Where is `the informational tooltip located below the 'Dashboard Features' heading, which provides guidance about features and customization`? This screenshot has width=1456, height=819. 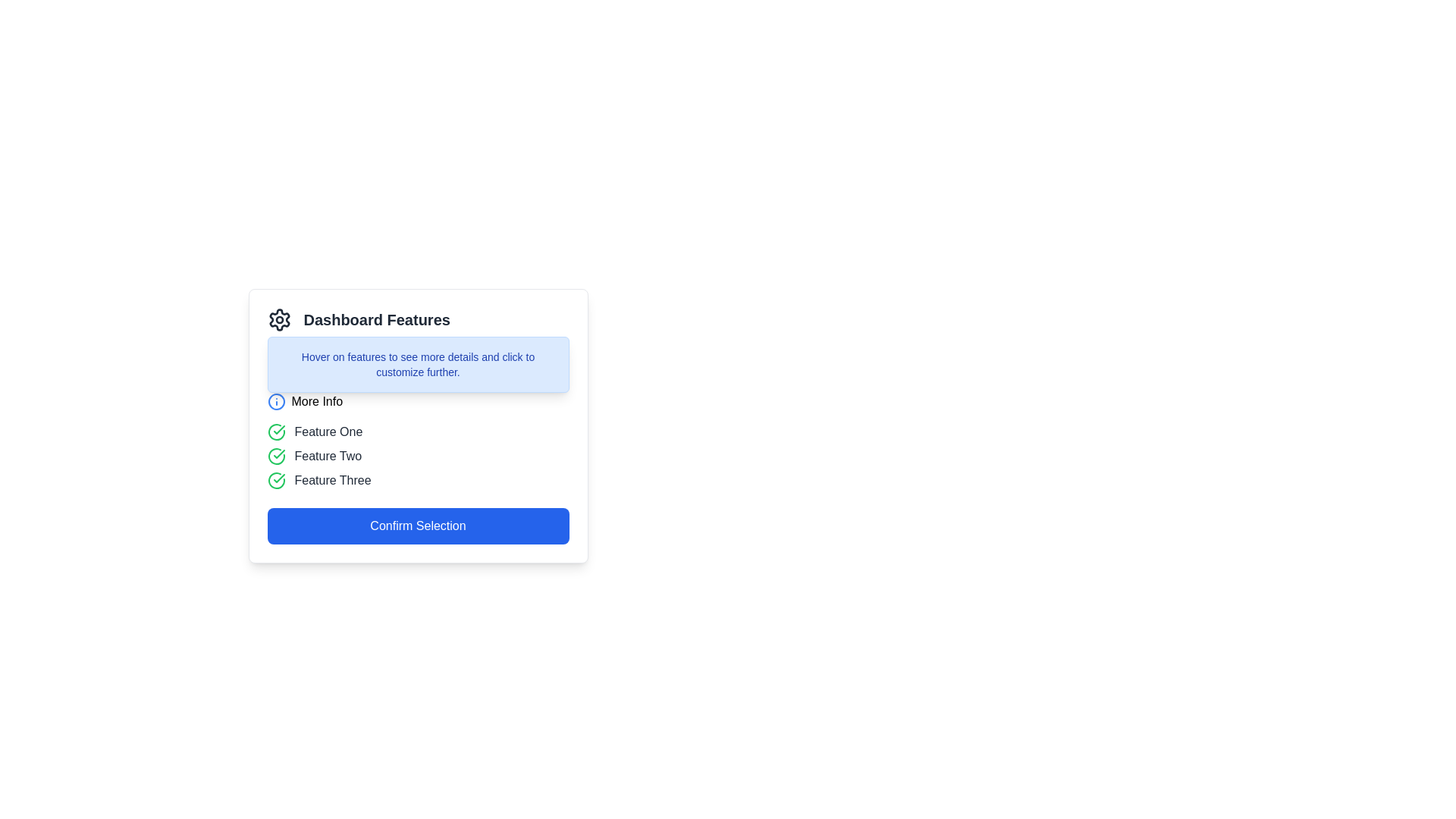 the informational tooltip located below the 'Dashboard Features' heading, which provides guidance about features and customization is located at coordinates (418, 365).